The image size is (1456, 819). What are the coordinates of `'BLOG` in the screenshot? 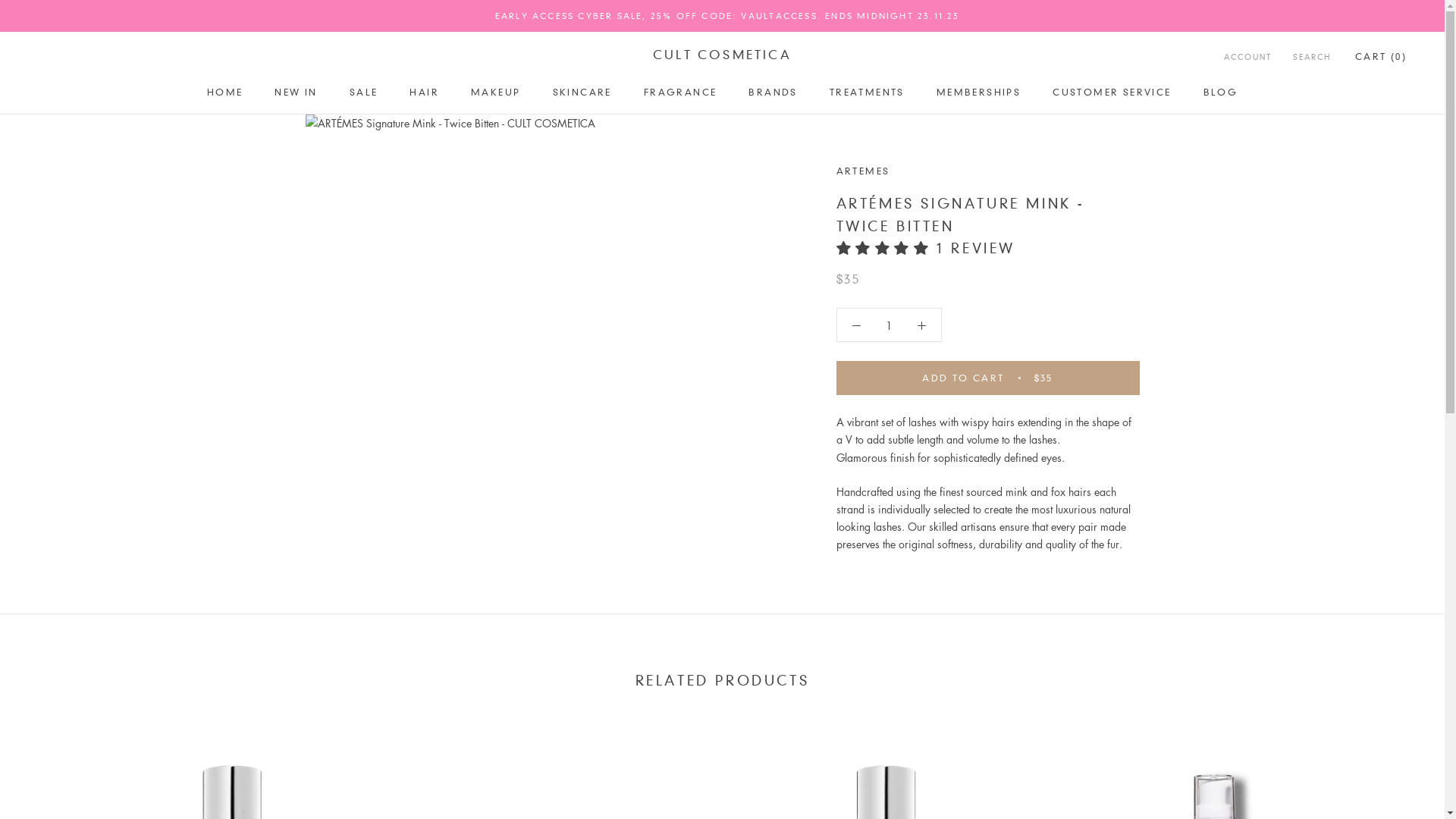 It's located at (1203, 92).